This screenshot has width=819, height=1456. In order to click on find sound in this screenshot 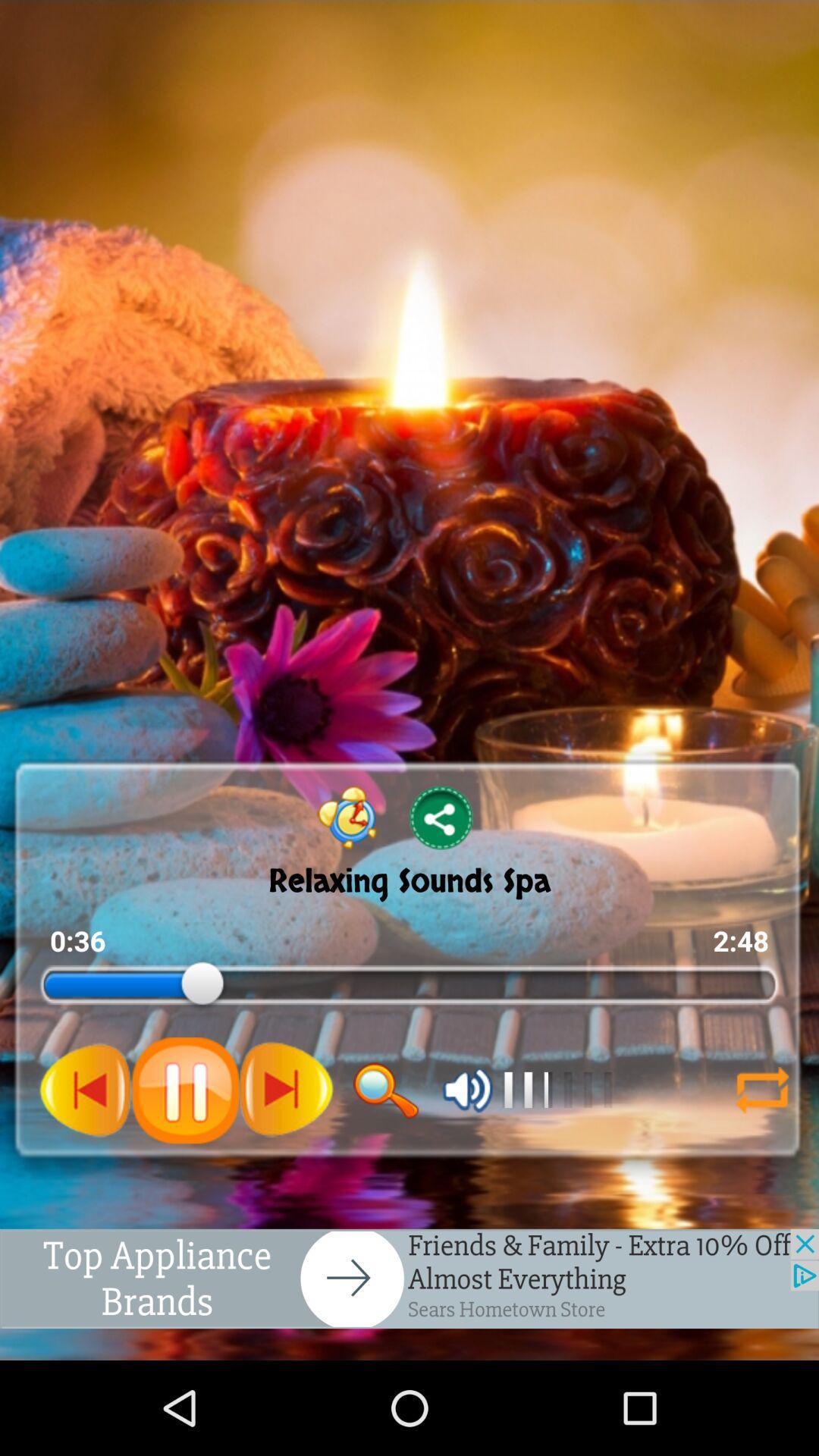, I will do `click(385, 1090)`.